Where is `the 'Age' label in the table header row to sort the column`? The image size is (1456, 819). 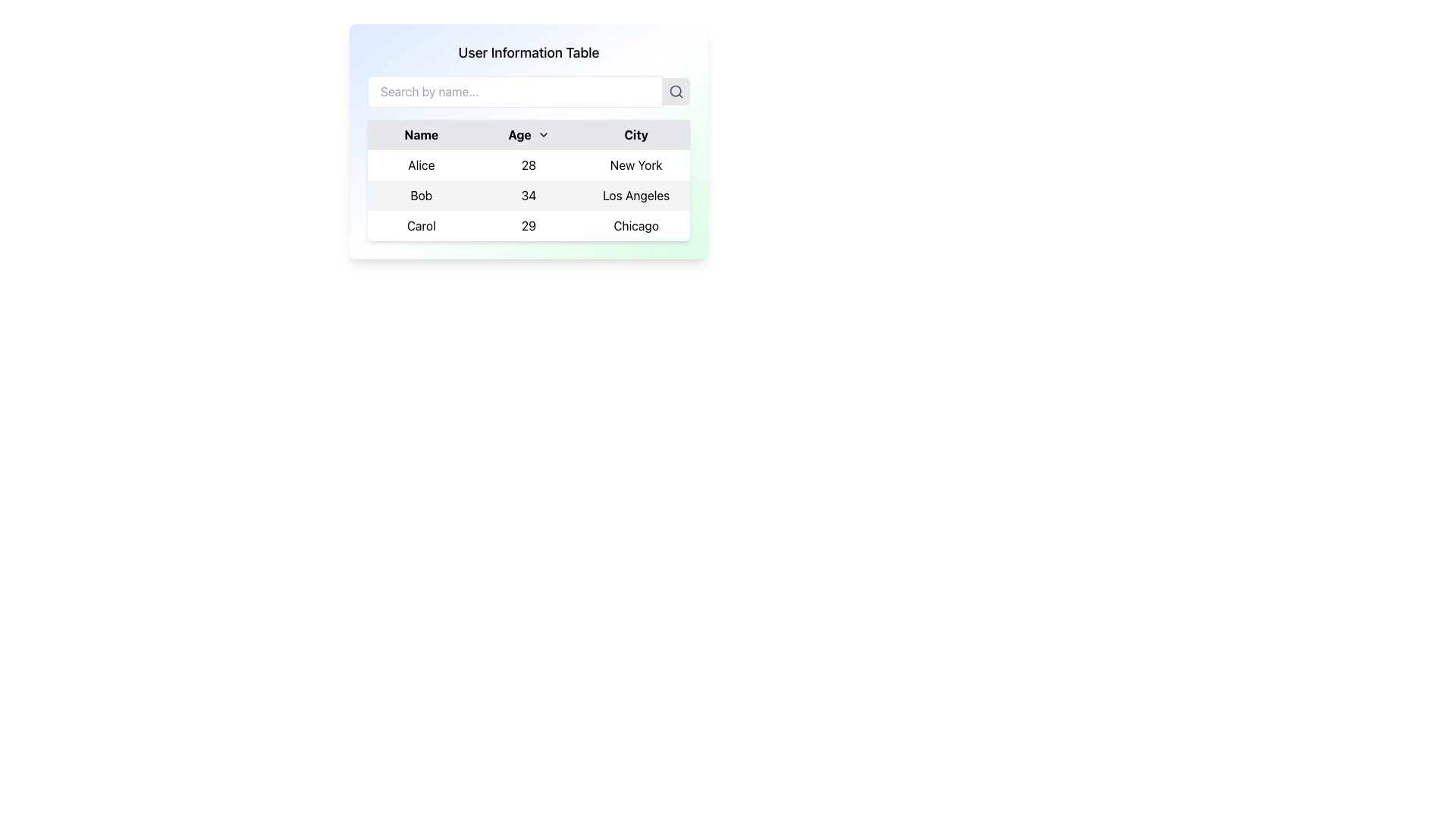 the 'Age' label in the table header row to sort the column is located at coordinates (529, 133).